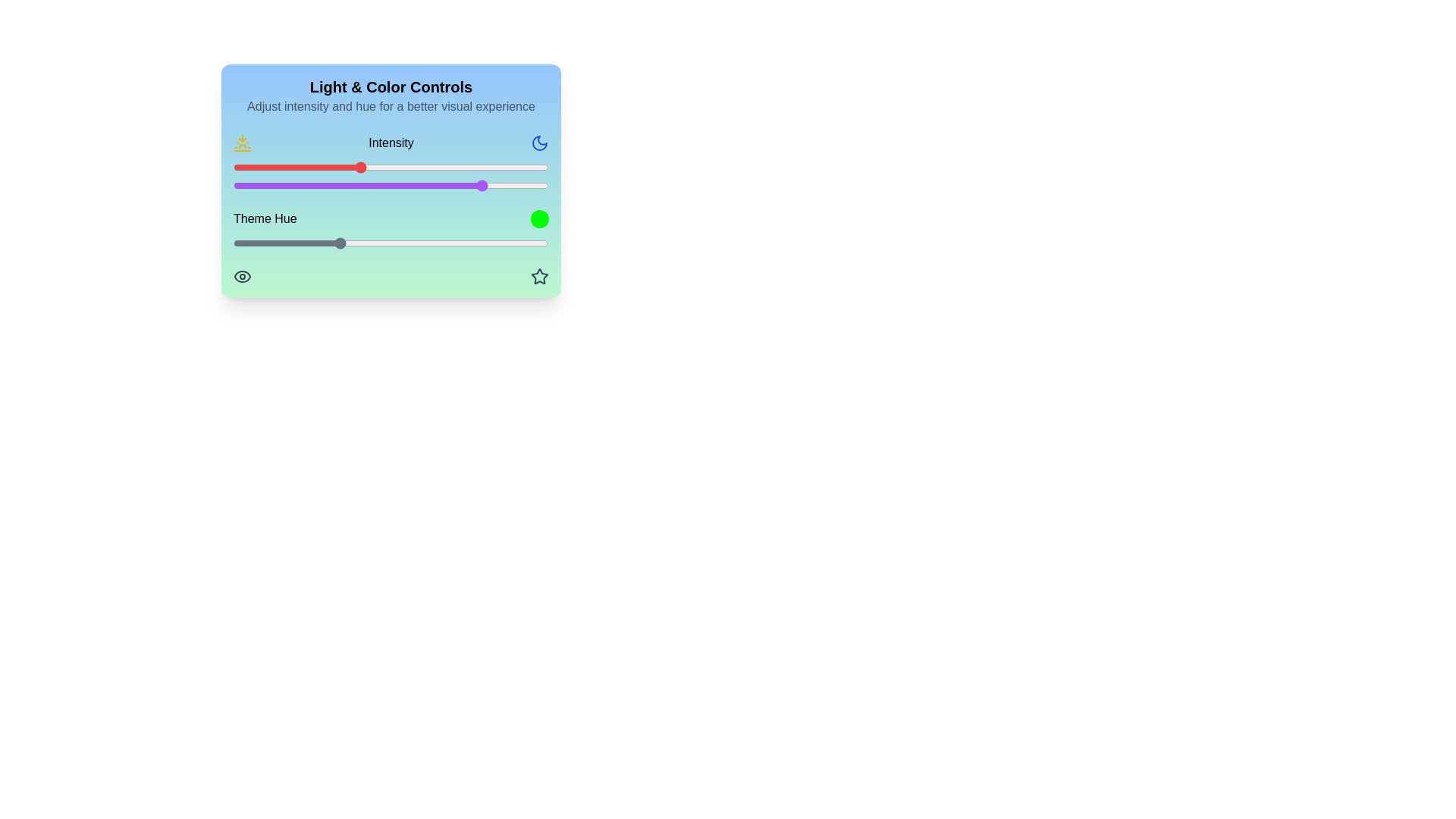 Image resolution: width=1456 pixels, height=819 pixels. I want to click on the slider value, so click(394, 185).